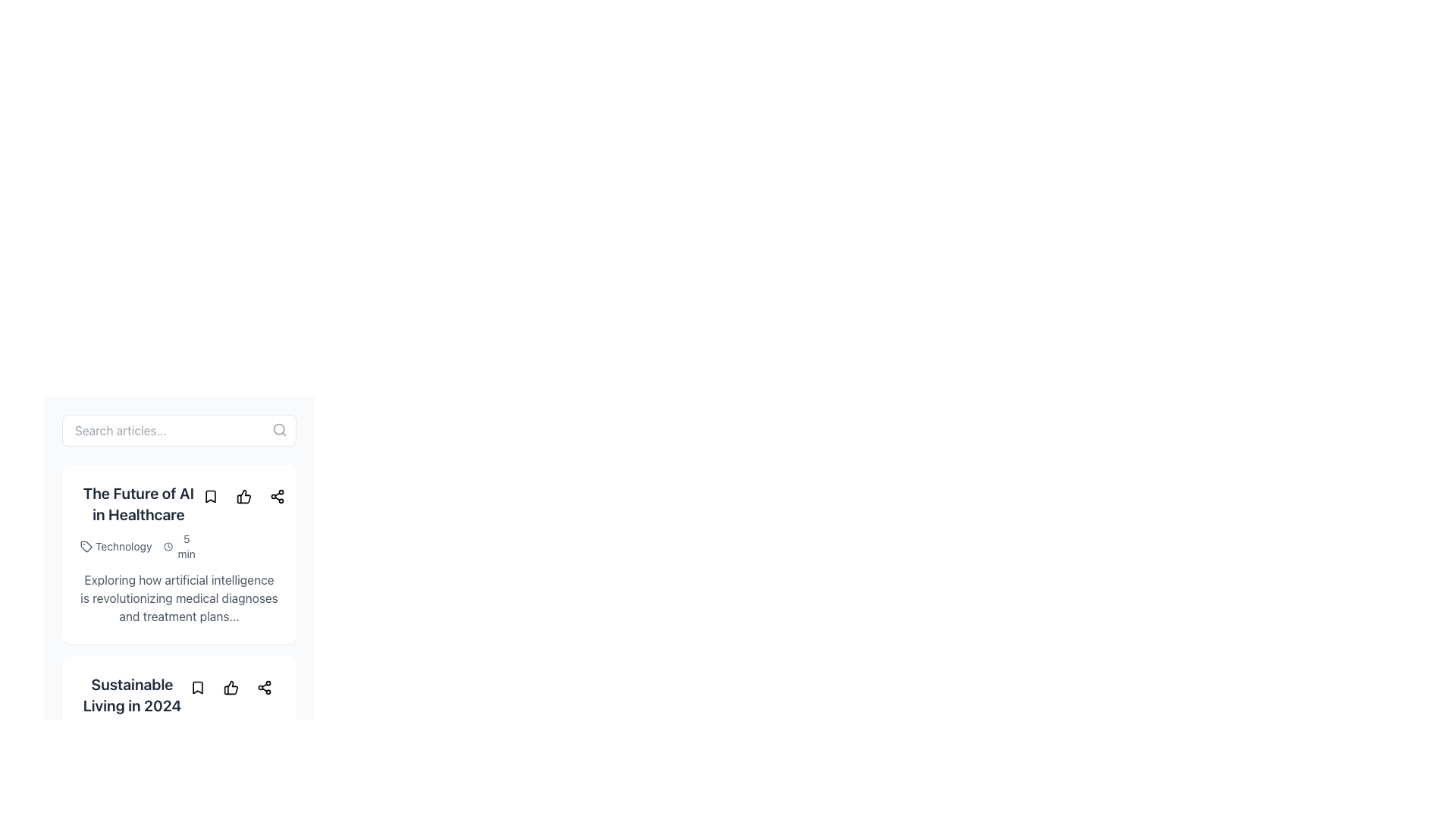 The height and width of the screenshot is (819, 1456). What do you see at coordinates (277, 497) in the screenshot?
I see `the circular button with a share icon, which is the third button in a horizontal group located to the right of the thumbs-up button` at bounding box center [277, 497].